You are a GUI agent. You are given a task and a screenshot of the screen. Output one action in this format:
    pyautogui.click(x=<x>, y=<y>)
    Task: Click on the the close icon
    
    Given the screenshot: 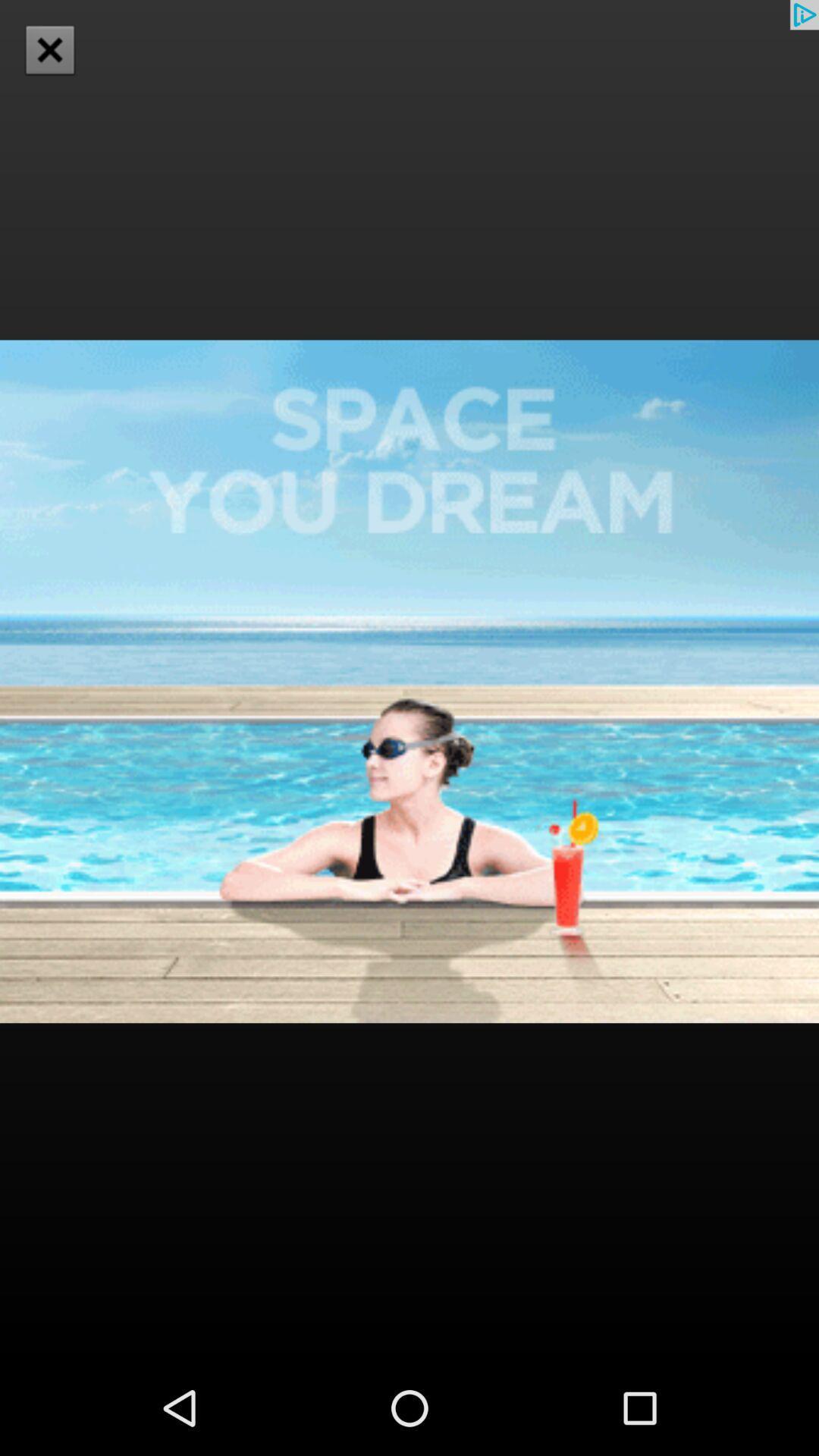 What is the action you would take?
    pyautogui.click(x=49, y=53)
    